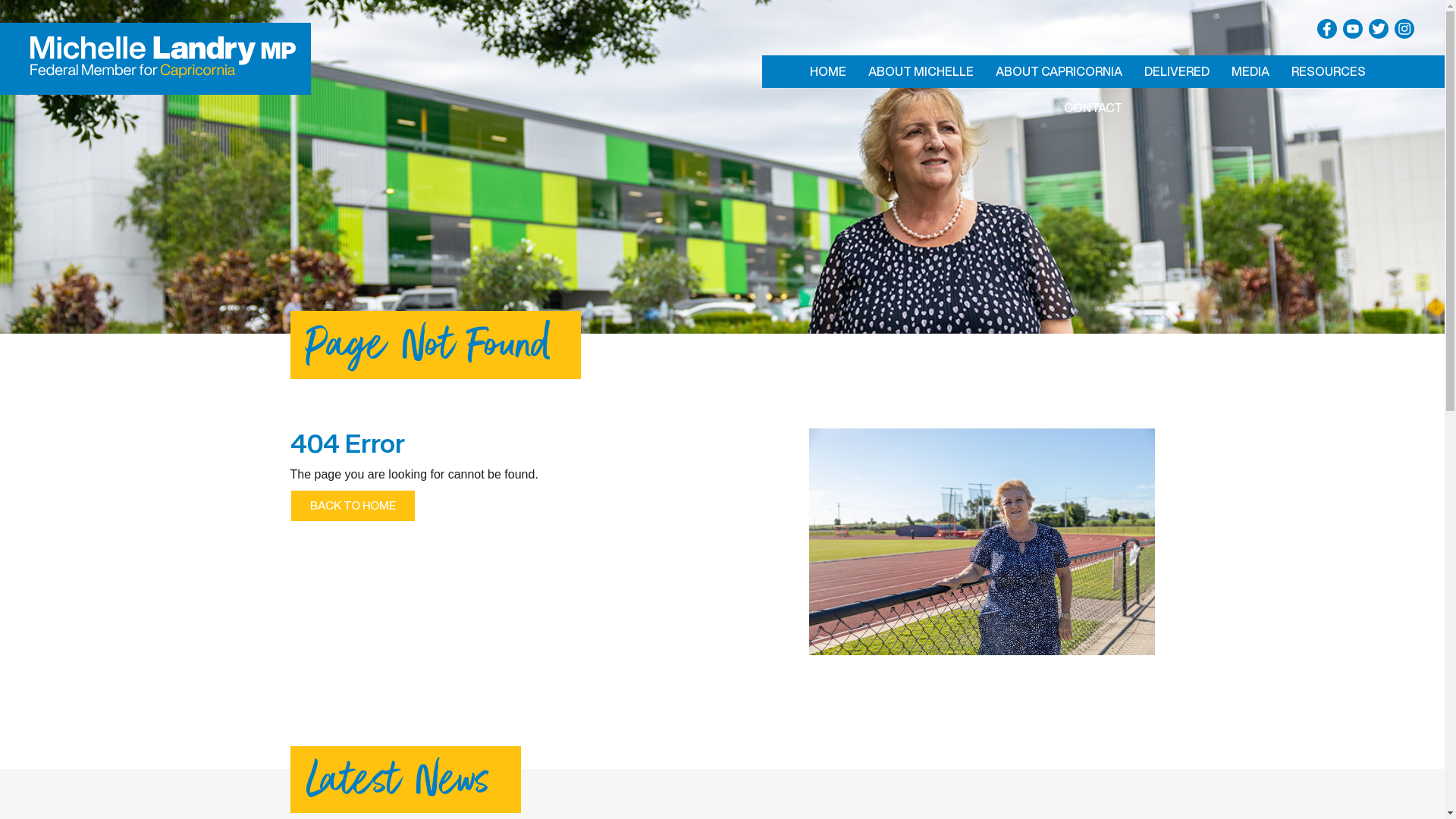 This screenshot has height=819, width=1456. What do you see at coordinates (826, 71) in the screenshot?
I see `'HOME'` at bounding box center [826, 71].